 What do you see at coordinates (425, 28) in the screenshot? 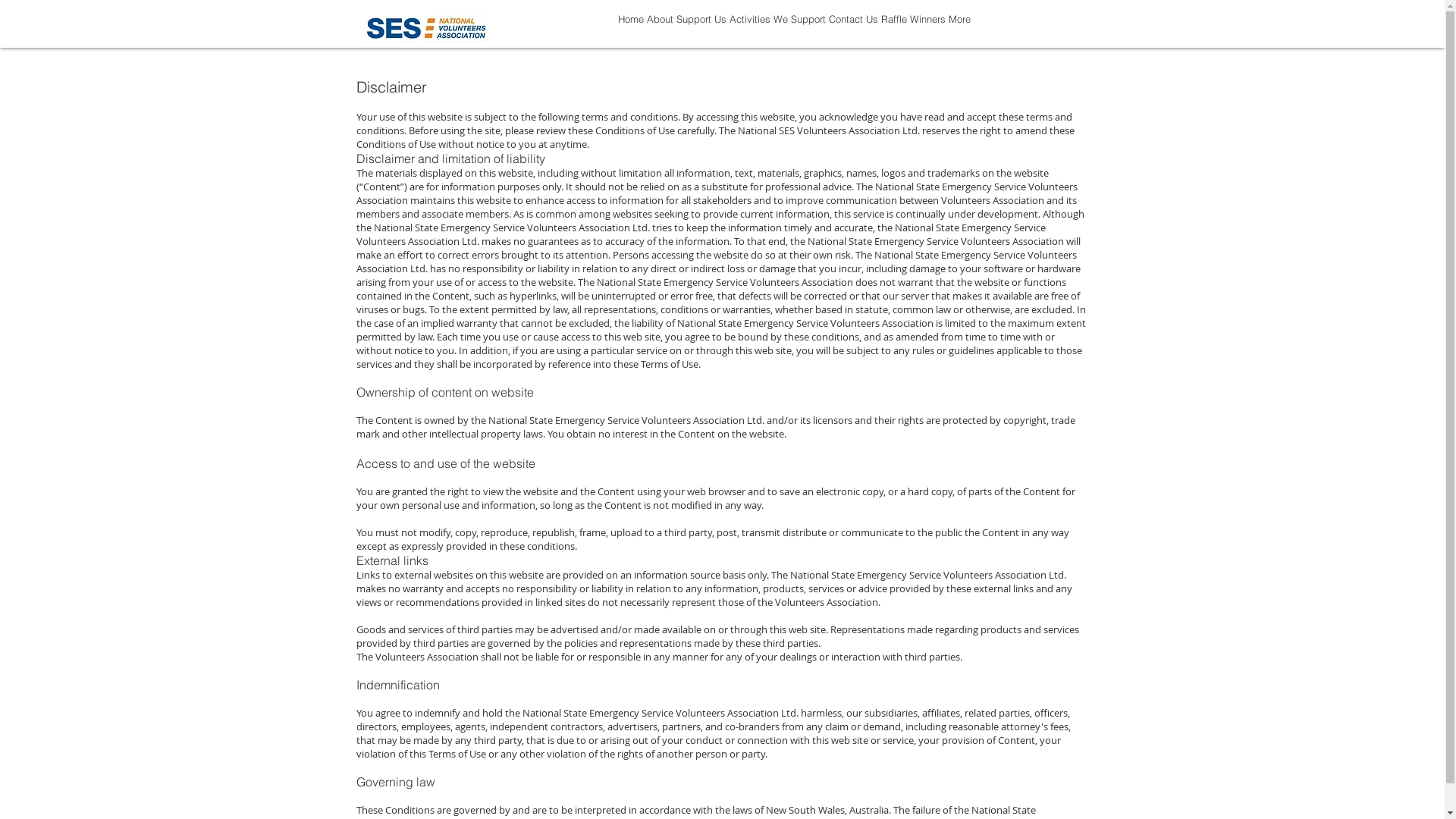
I see `'SES National.VA_LOGO.jpg'` at bounding box center [425, 28].